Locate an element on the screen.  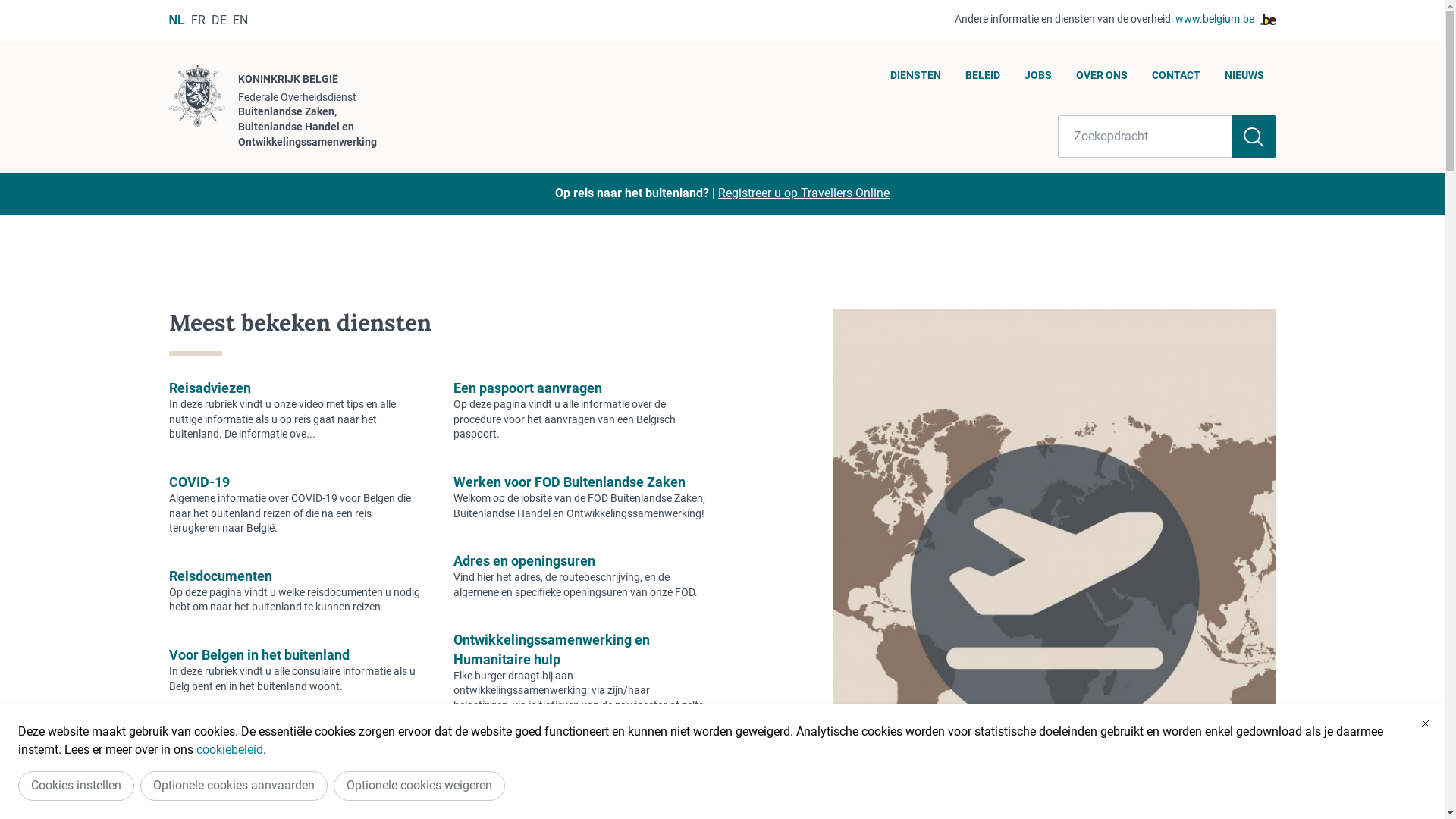
'FR' is located at coordinates (197, 20).